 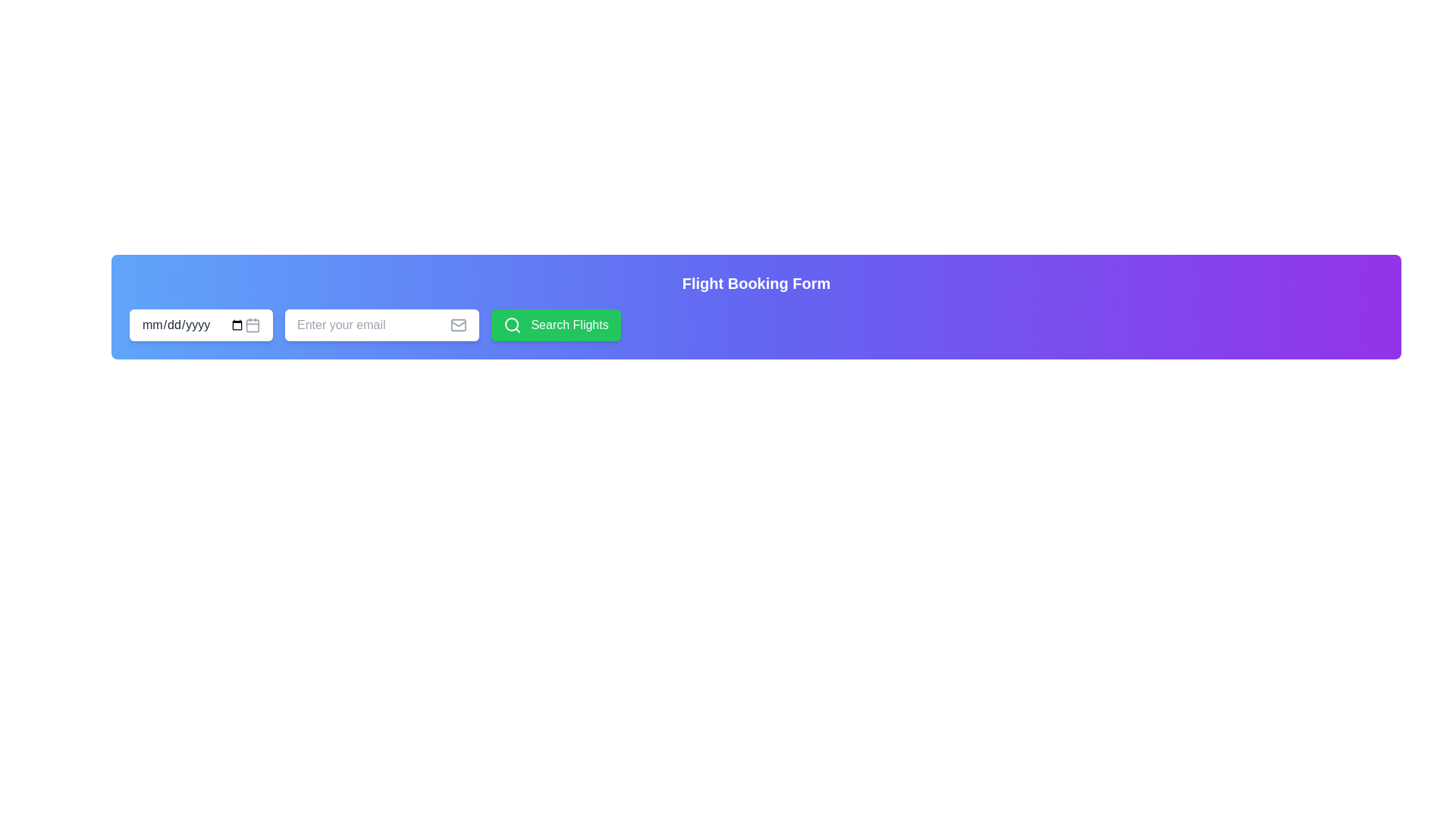 I want to click on the decorative graphic (SVG rectangle) within the email icon, located just after the text entry area of the email input field, so click(x=458, y=324).